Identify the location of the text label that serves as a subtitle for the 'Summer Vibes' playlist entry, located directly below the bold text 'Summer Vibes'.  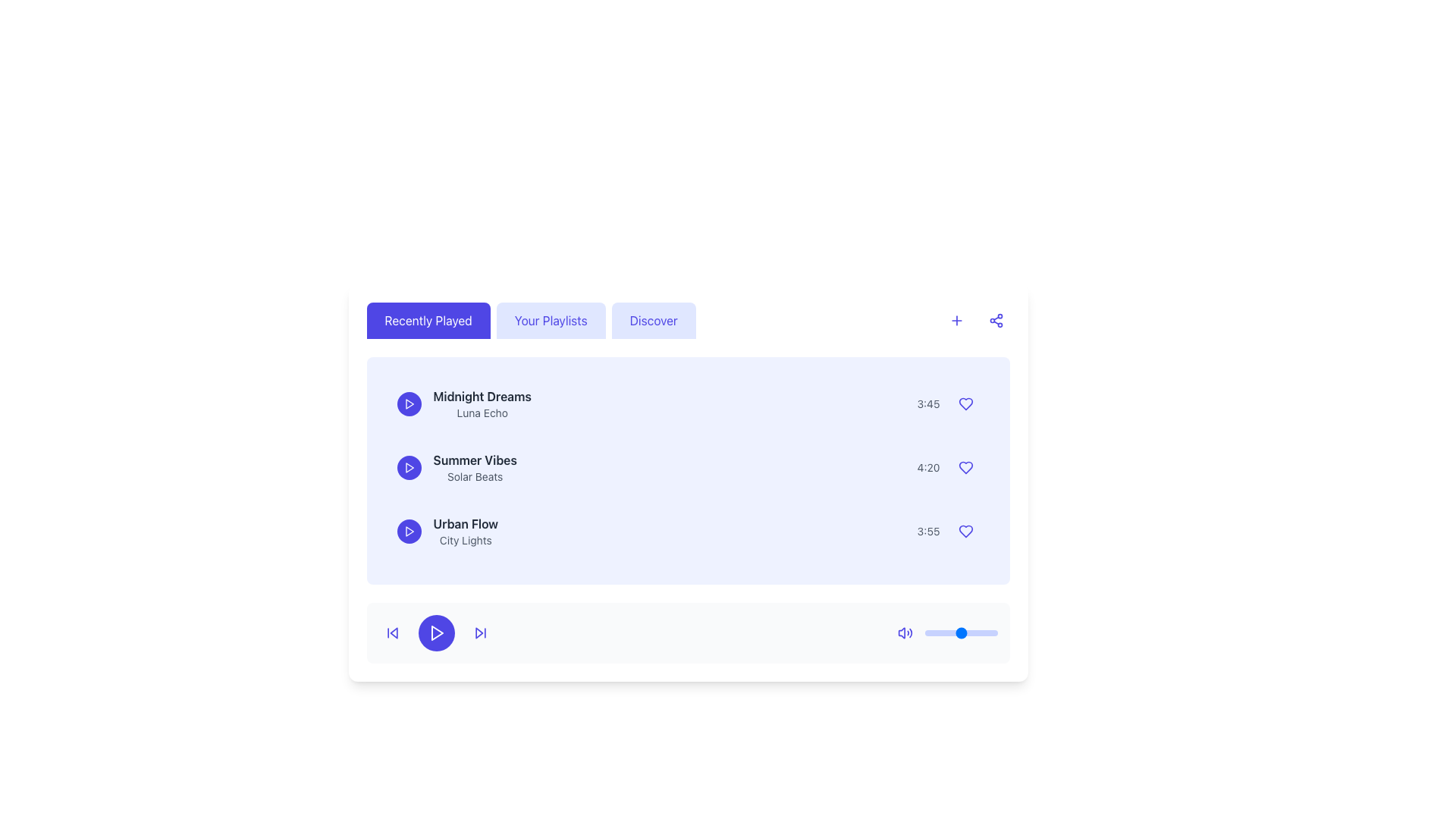
(474, 475).